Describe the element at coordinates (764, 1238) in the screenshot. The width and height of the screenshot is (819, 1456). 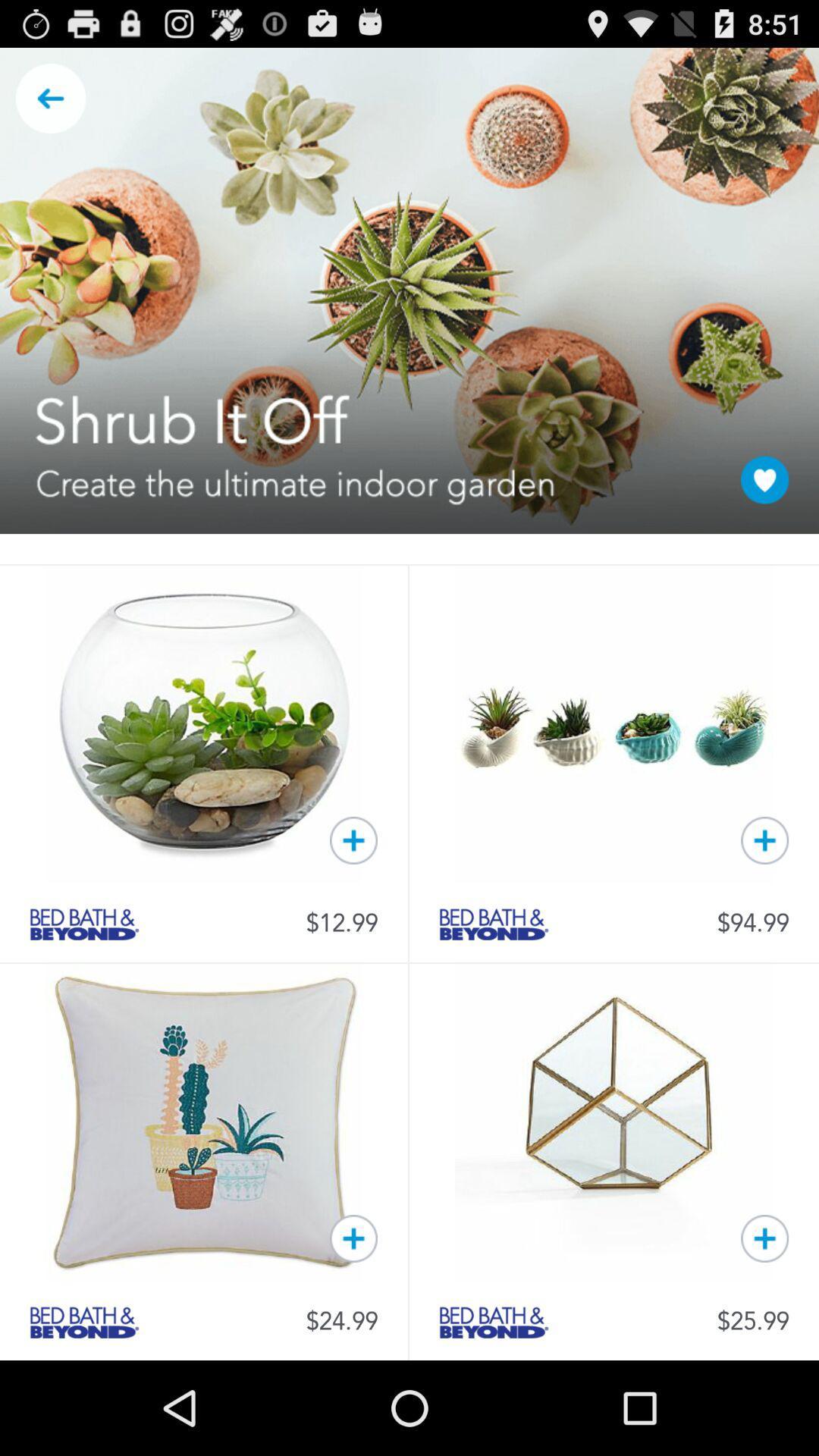
I see `item` at that location.